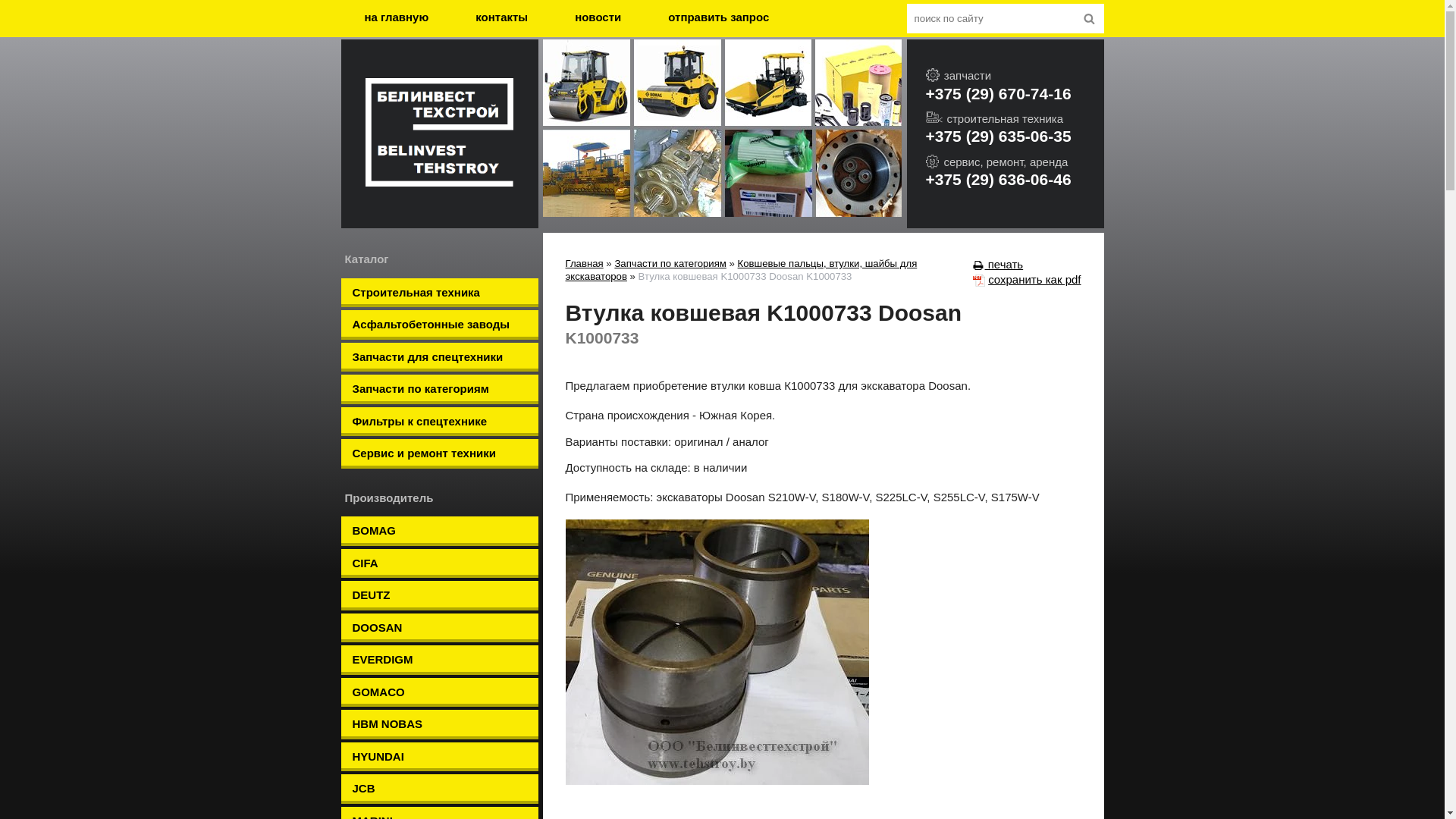 The width and height of the screenshot is (1456, 819). Describe the element at coordinates (340, 723) in the screenshot. I see `'HBM NOBAS'` at that location.